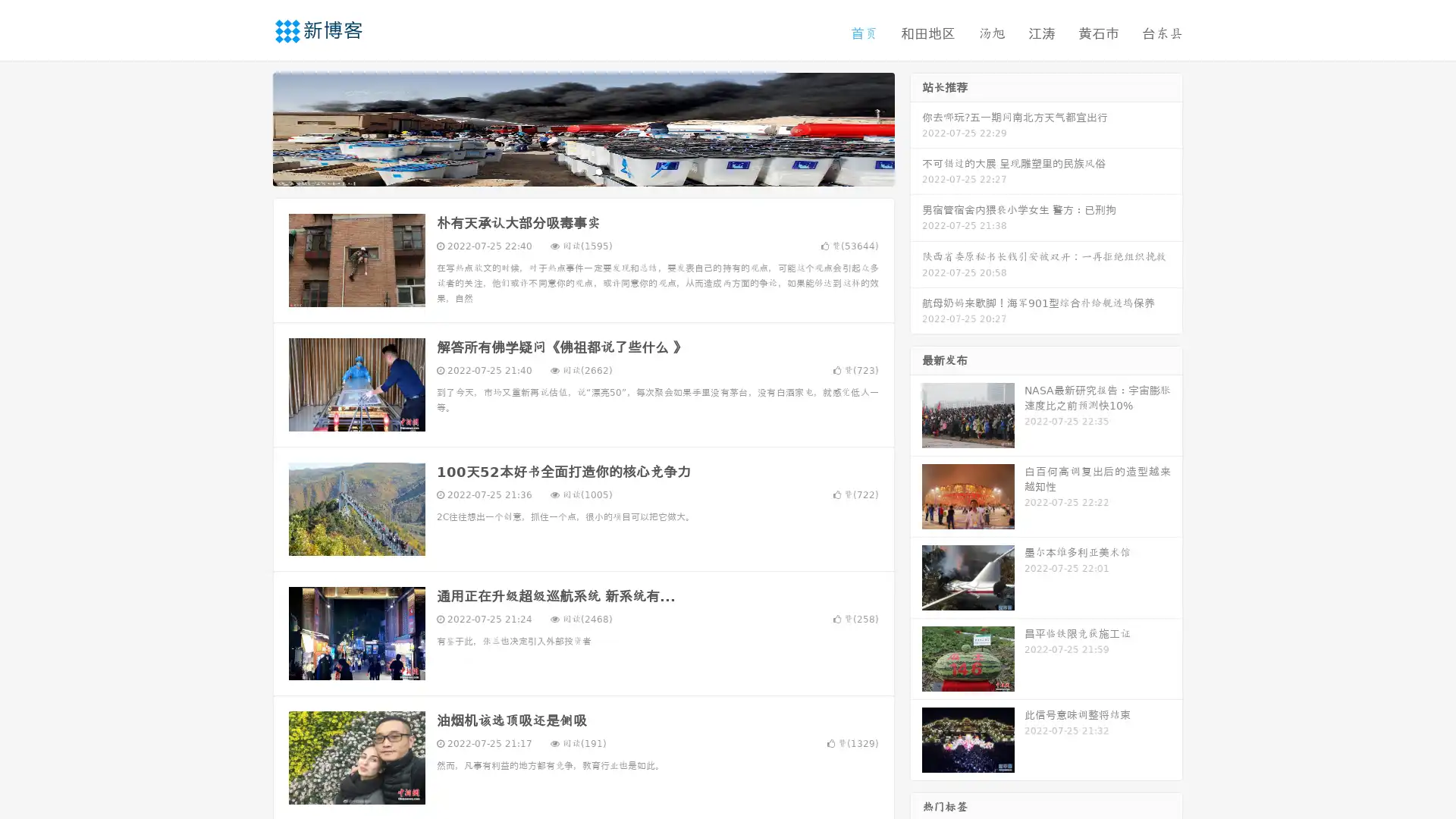  What do you see at coordinates (598, 171) in the screenshot?
I see `Go to slide 3` at bounding box center [598, 171].